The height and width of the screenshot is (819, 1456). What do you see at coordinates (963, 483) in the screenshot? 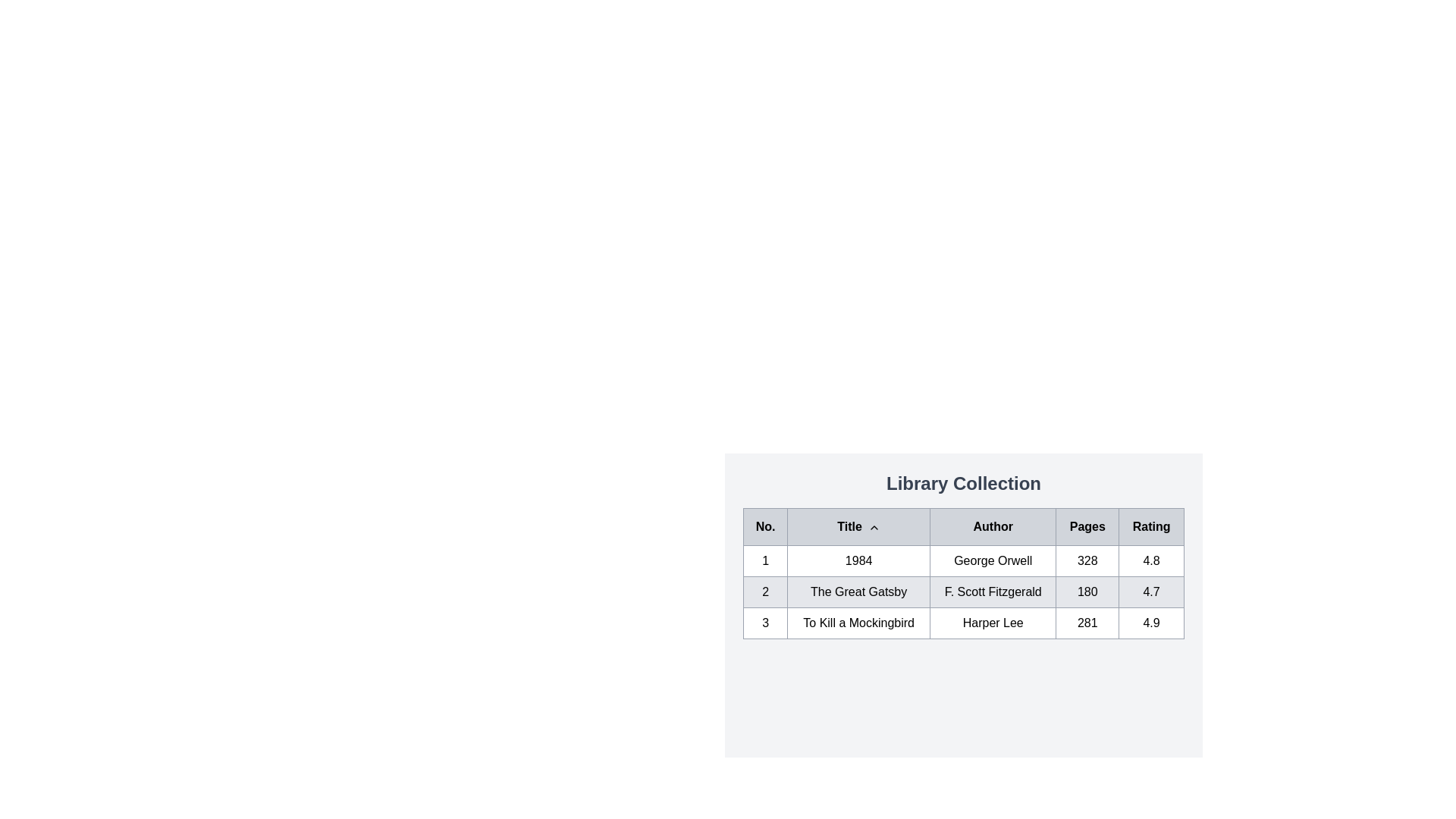
I see `the bold, large-font header titled 'Library Collection', which is styled in dark gray and centrally aligned above the data table` at bounding box center [963, 483].